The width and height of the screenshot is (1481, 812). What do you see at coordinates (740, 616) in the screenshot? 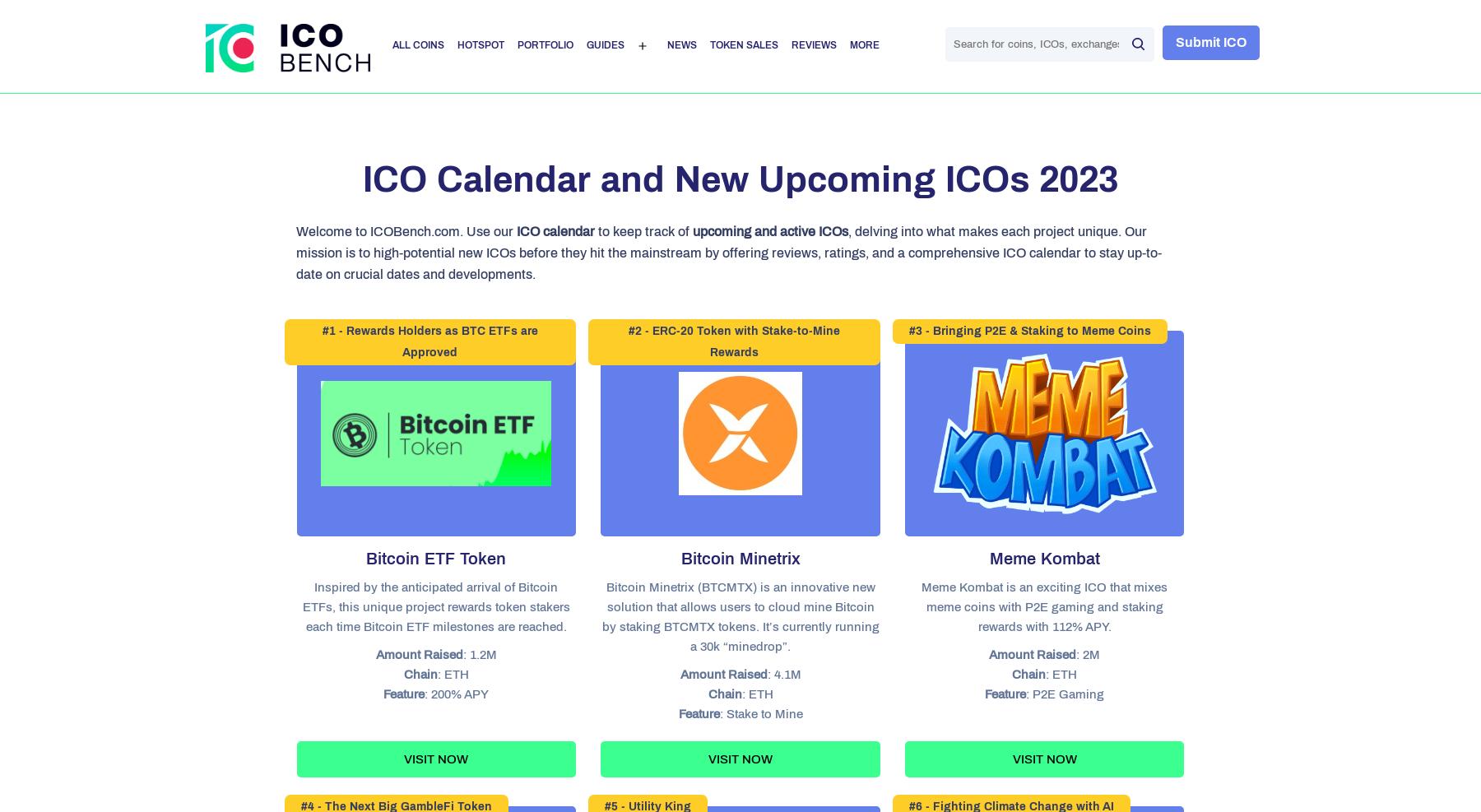
I see `'Bitcoin Minetrix (BTCMTX) is an innovative new solution that allows users to cloud mine Bitcoin by staking BTCMTX tokens. It’s currently running a 30k “minedrop”.'` at bounding box center [740, 616].